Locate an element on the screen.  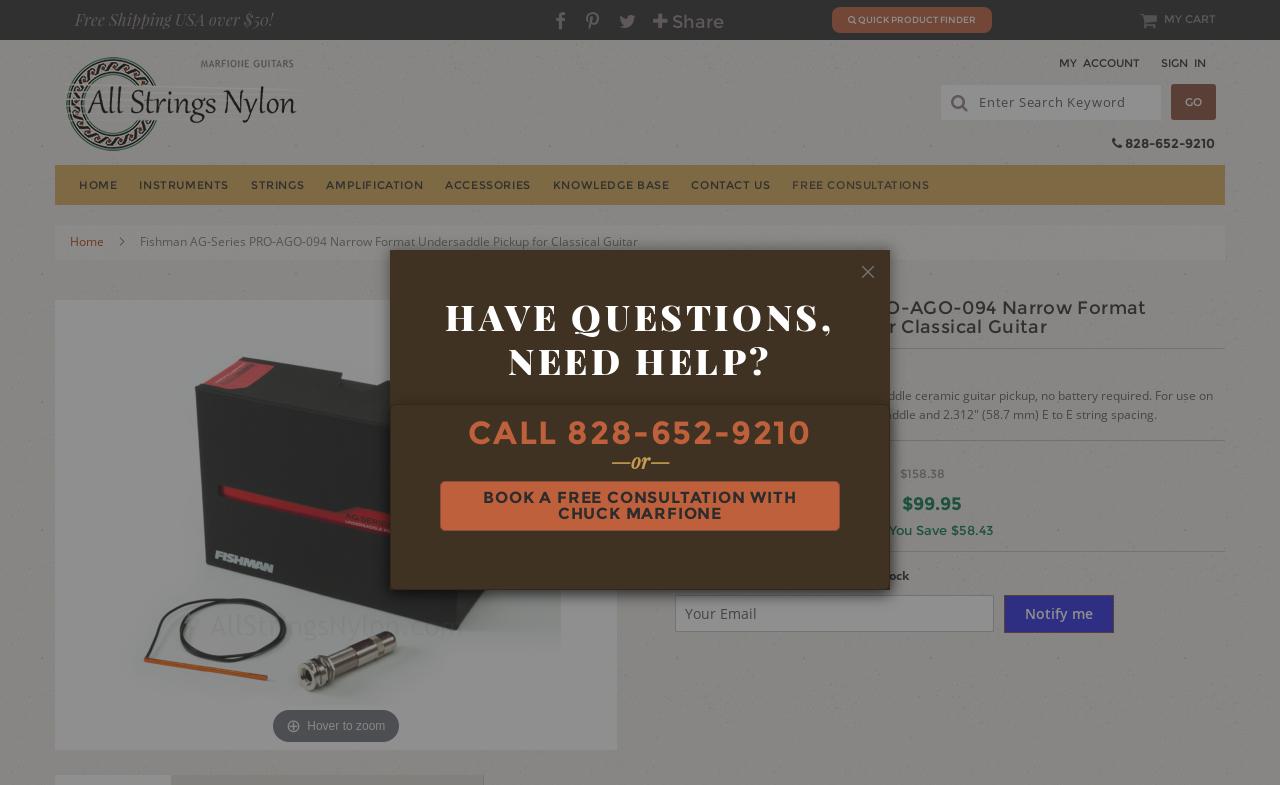
'Gut Strings' is located at coordinates (1067, 343).